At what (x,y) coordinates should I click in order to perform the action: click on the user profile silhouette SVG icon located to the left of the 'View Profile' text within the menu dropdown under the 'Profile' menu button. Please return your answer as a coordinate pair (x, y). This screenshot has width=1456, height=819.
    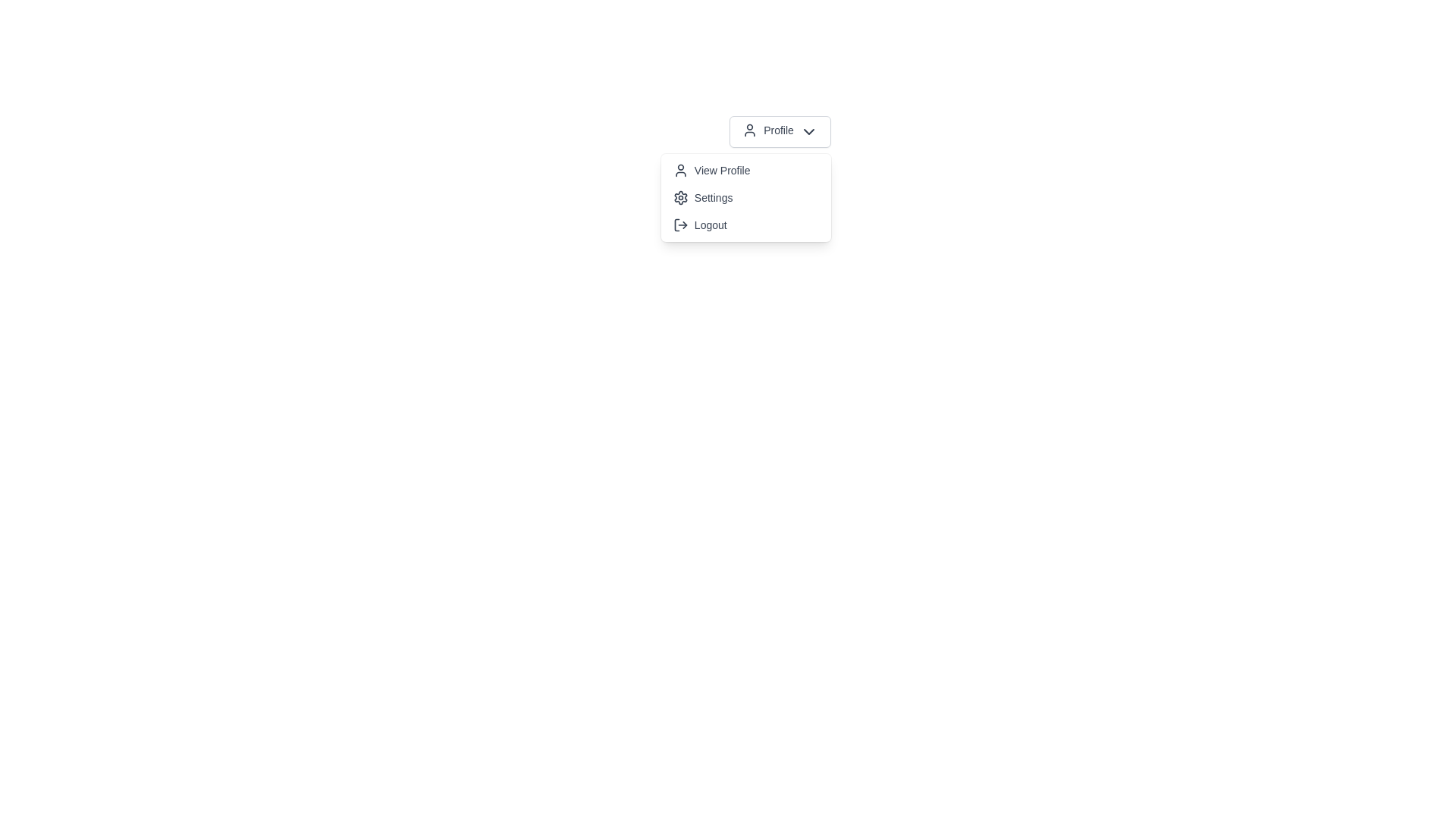
    Looking at the image, I should click on (679, 170).